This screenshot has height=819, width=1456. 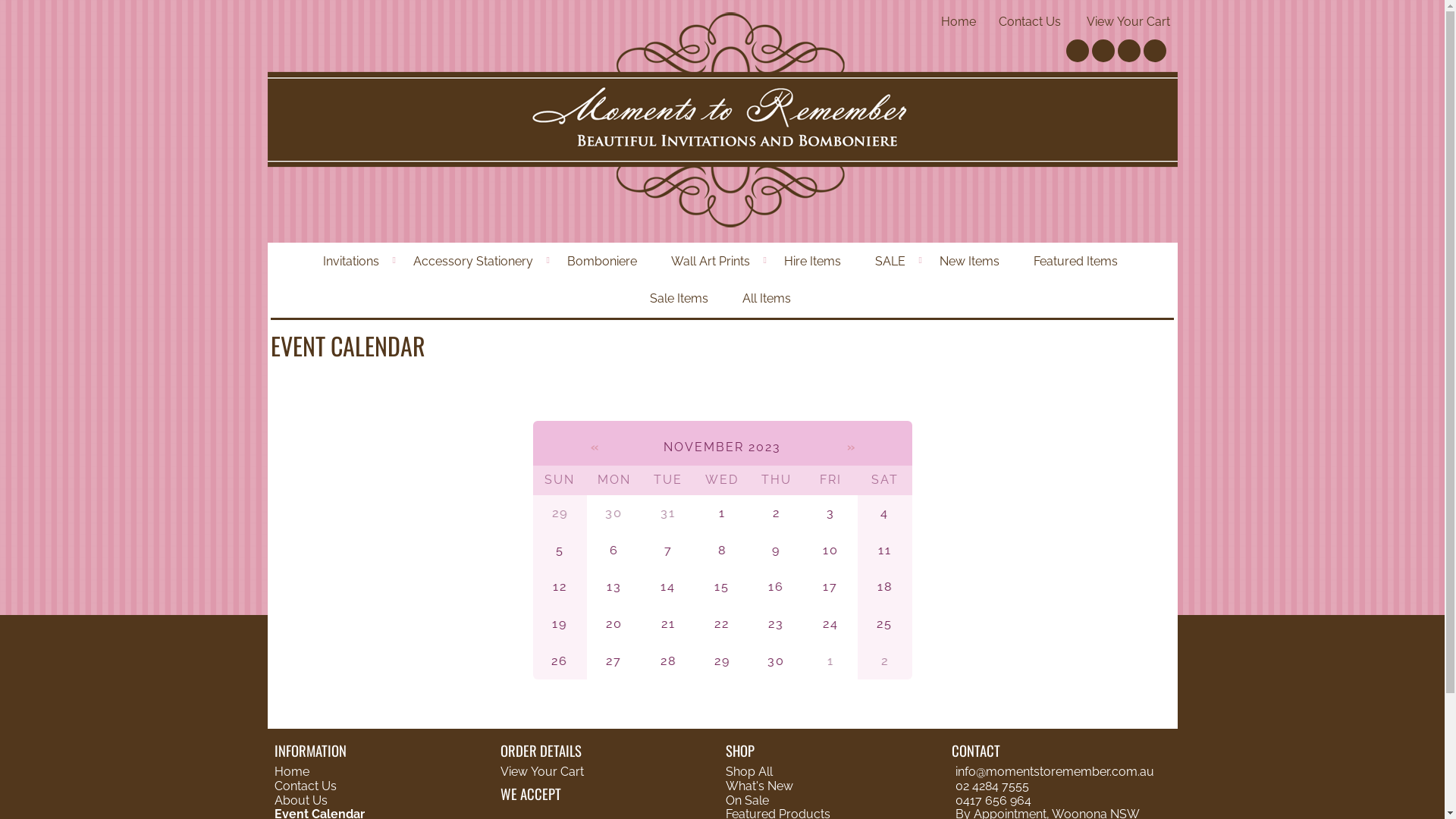 I want to click on 'Bomboniere', so click(x=603, y=261).